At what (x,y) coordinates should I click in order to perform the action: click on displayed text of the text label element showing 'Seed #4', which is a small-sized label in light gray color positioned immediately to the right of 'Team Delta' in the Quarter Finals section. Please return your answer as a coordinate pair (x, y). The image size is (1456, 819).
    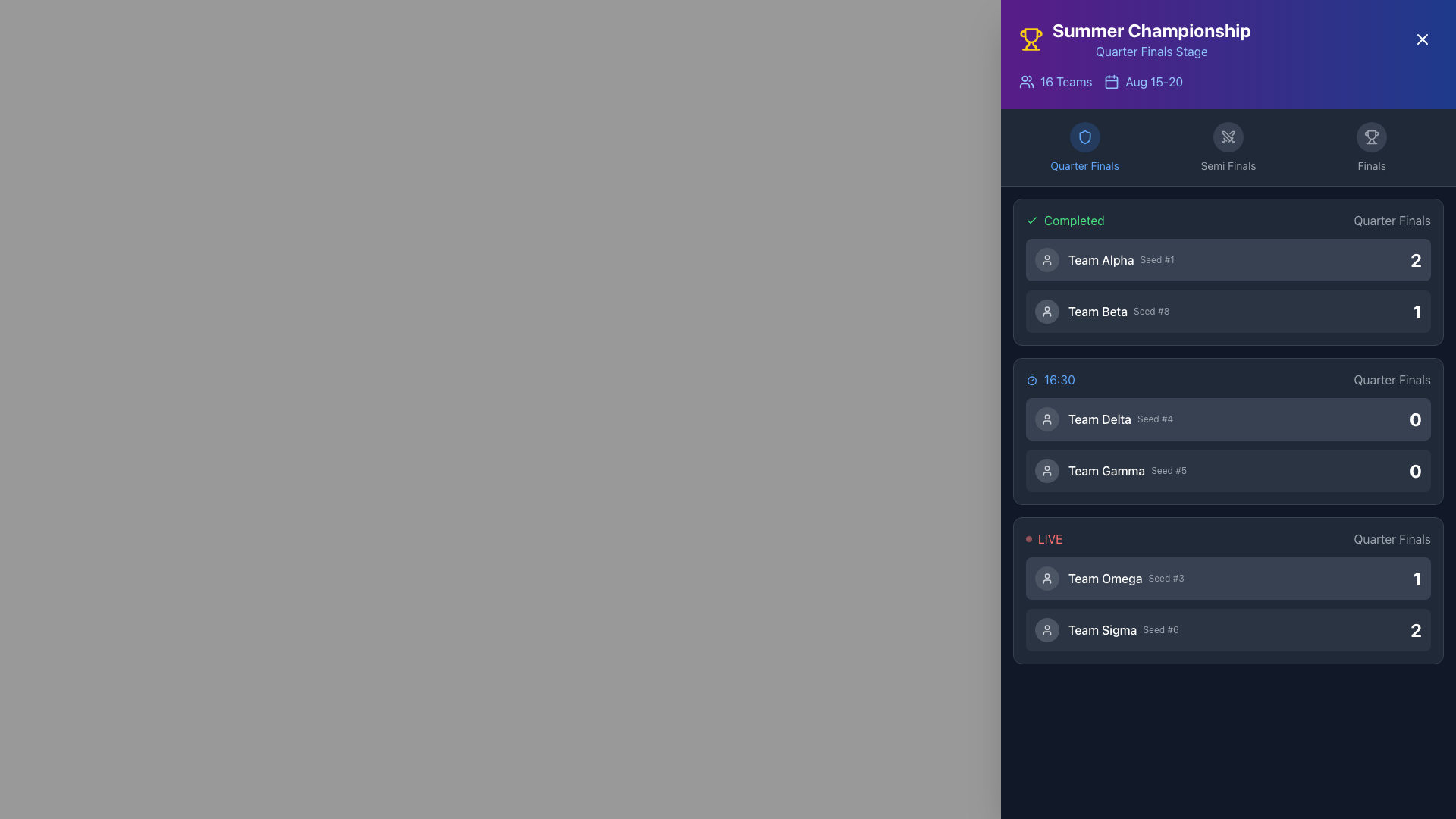
    Looking at the image, I should click on (1154, 419).